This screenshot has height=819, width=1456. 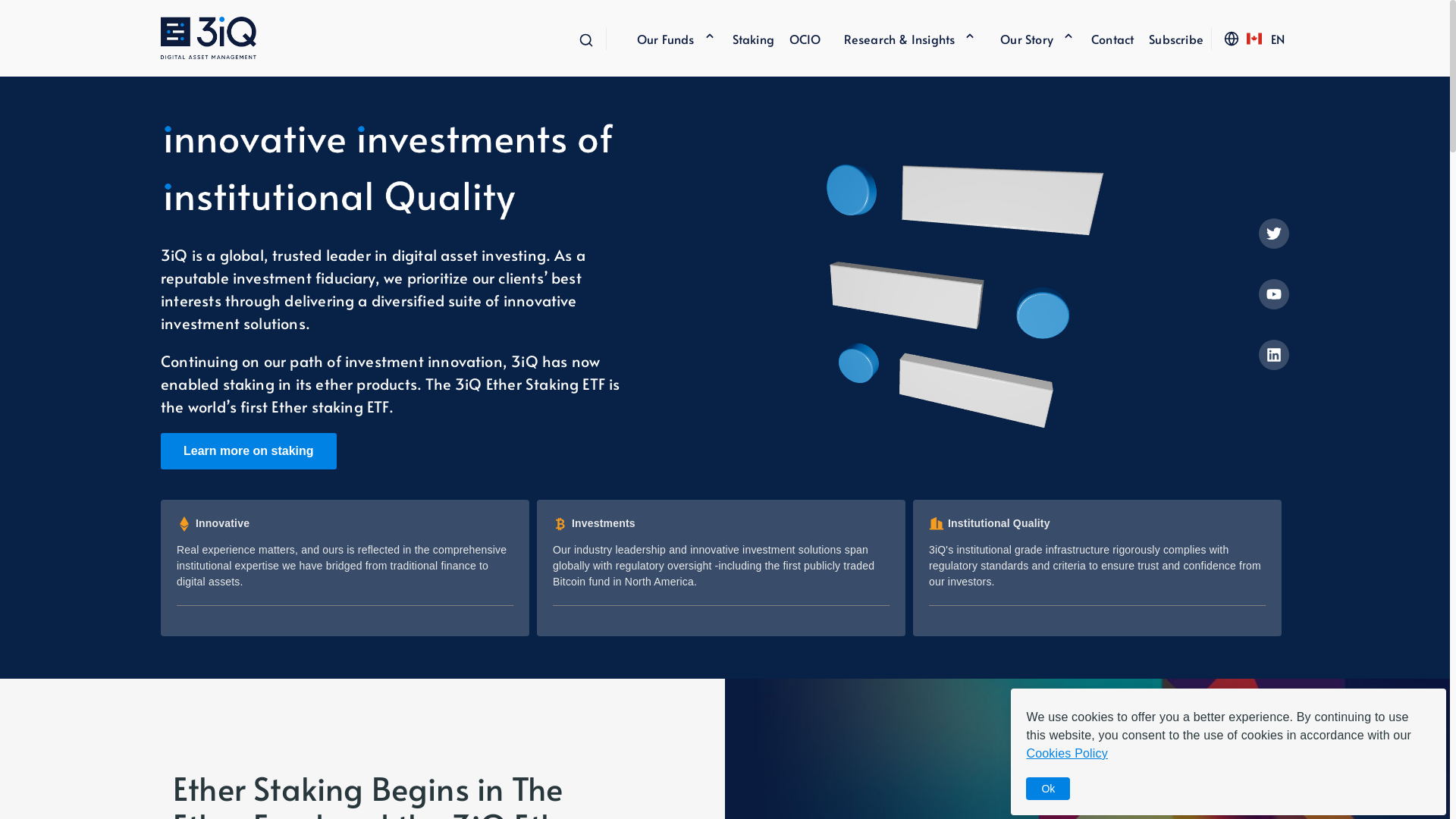 What do you see at coordinates (977, 37) in the screenshot?
I see `'Our Story'` at bounding box center [977, 37].